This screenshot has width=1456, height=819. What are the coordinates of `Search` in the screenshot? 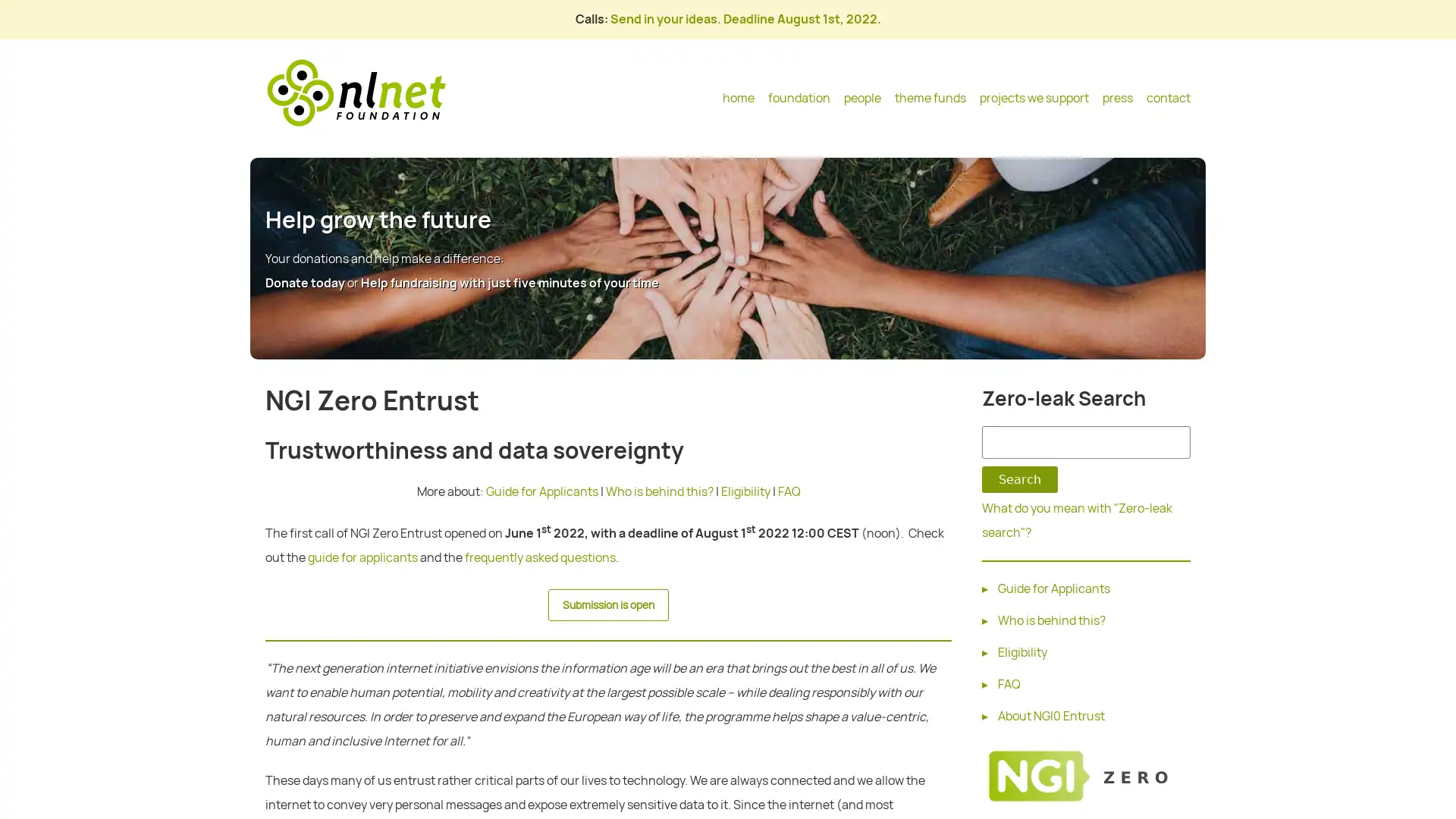 It's located at (1019, 479).